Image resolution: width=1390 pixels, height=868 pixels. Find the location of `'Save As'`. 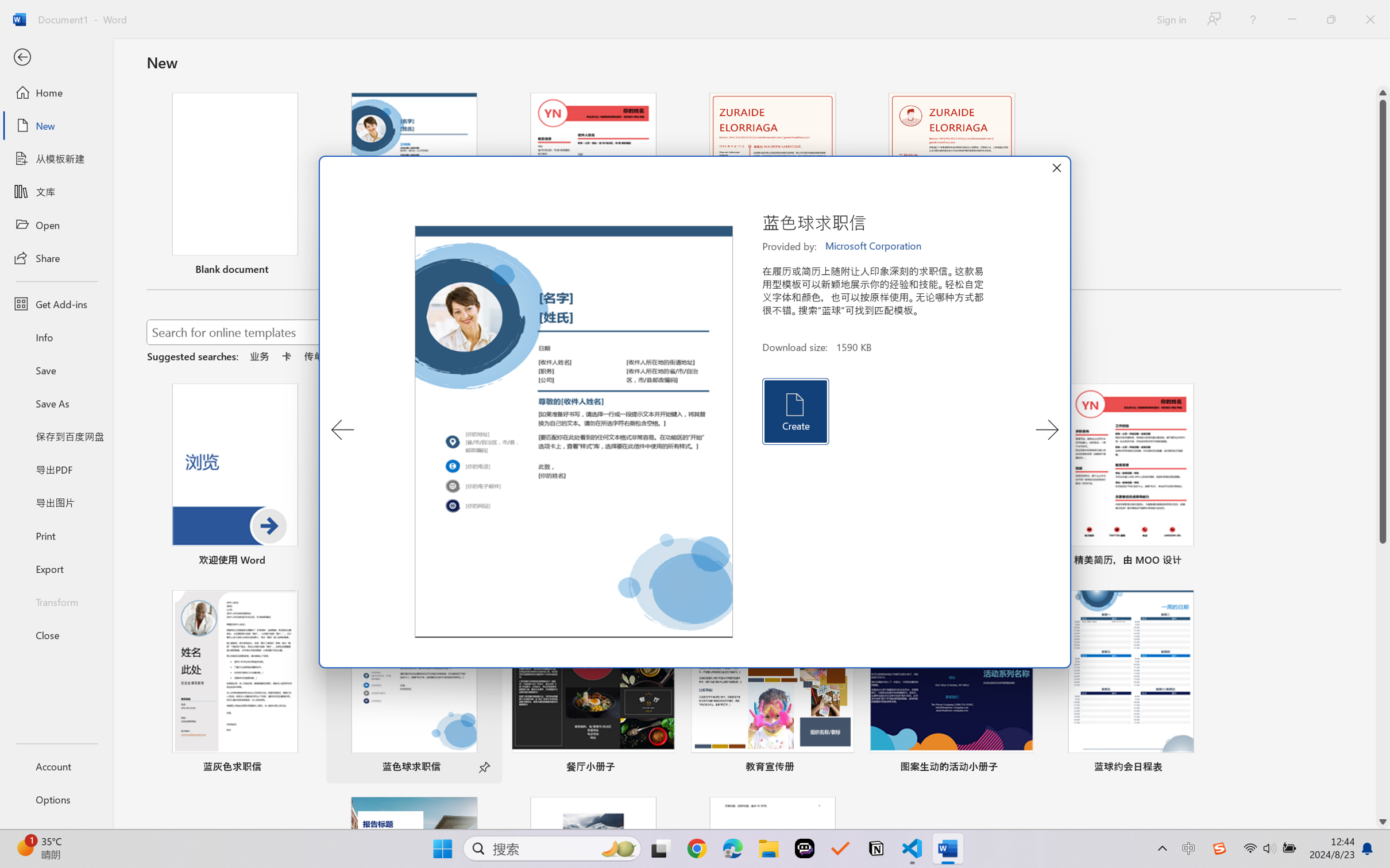

'Save As' is located at coordinates (56, 403).